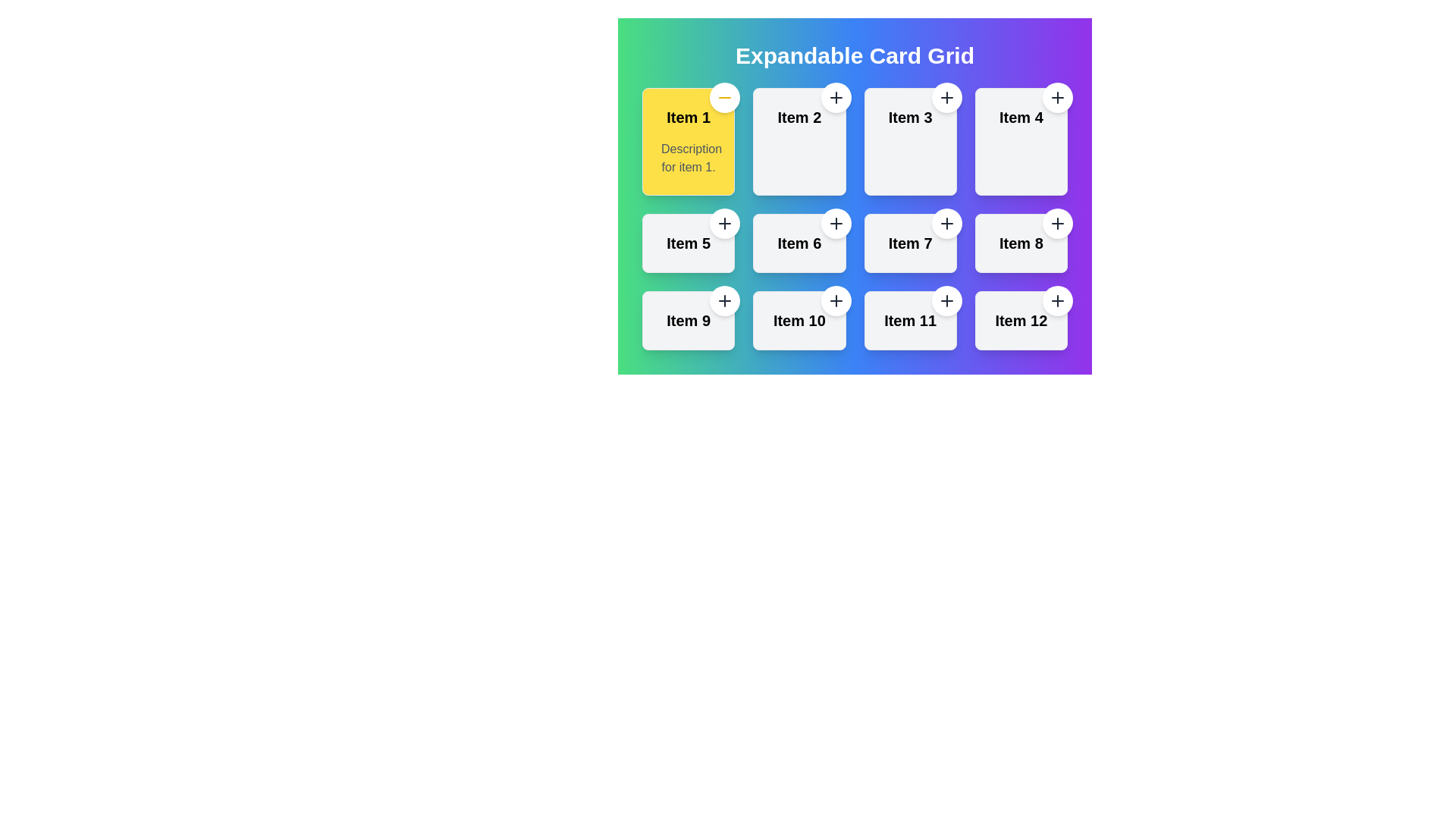 The image size is (1456, 819). I want to click on the button in the top-right corner of the 'Item 1' card, which is within a rounded white circle, so click(724, 97).